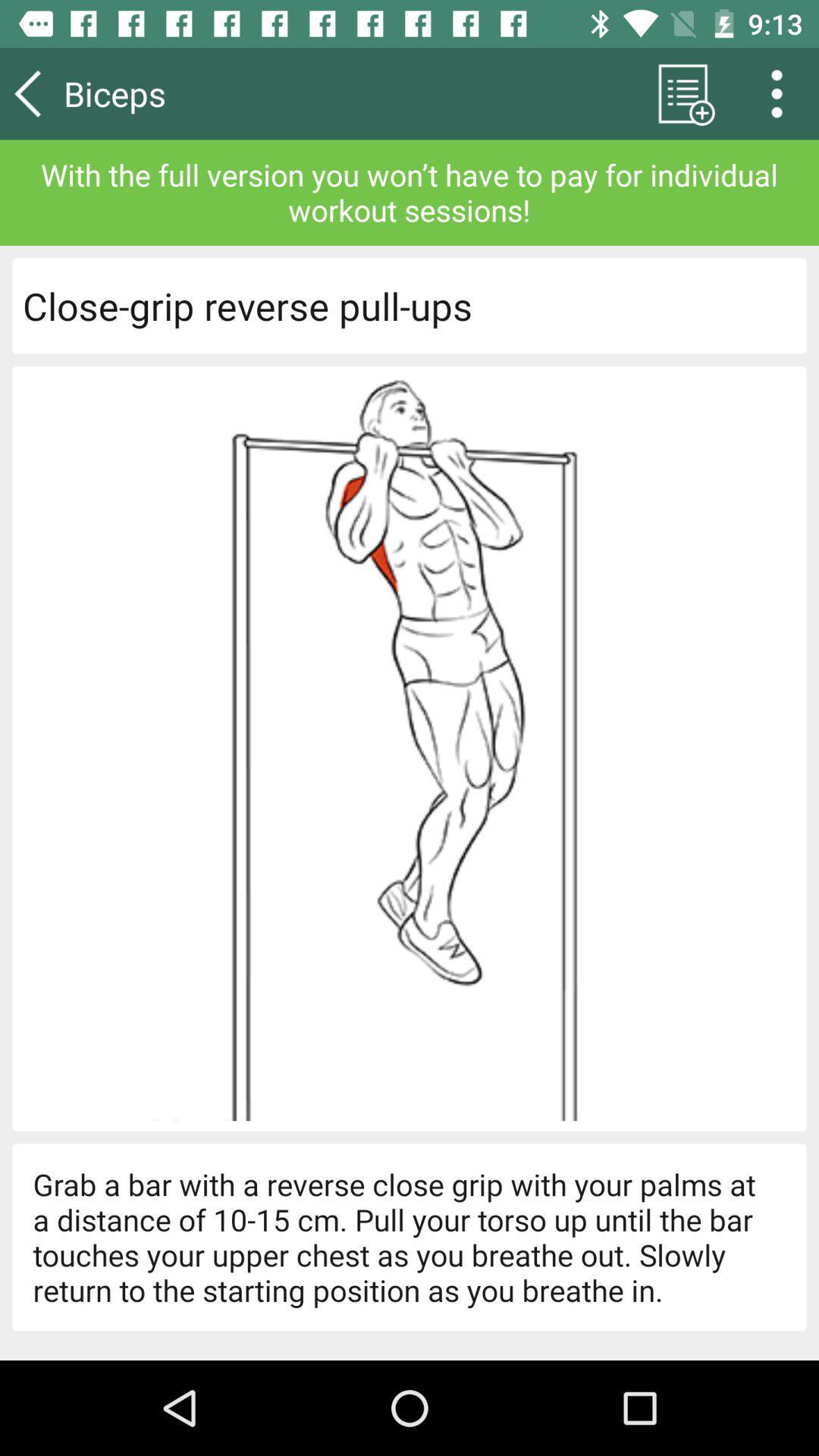 The width and height of the screenshot is (819, 1456). What do you see at coordinates (782, 93) in the screenshot?
I see `app above with the full` at bounding box center [782, 93].